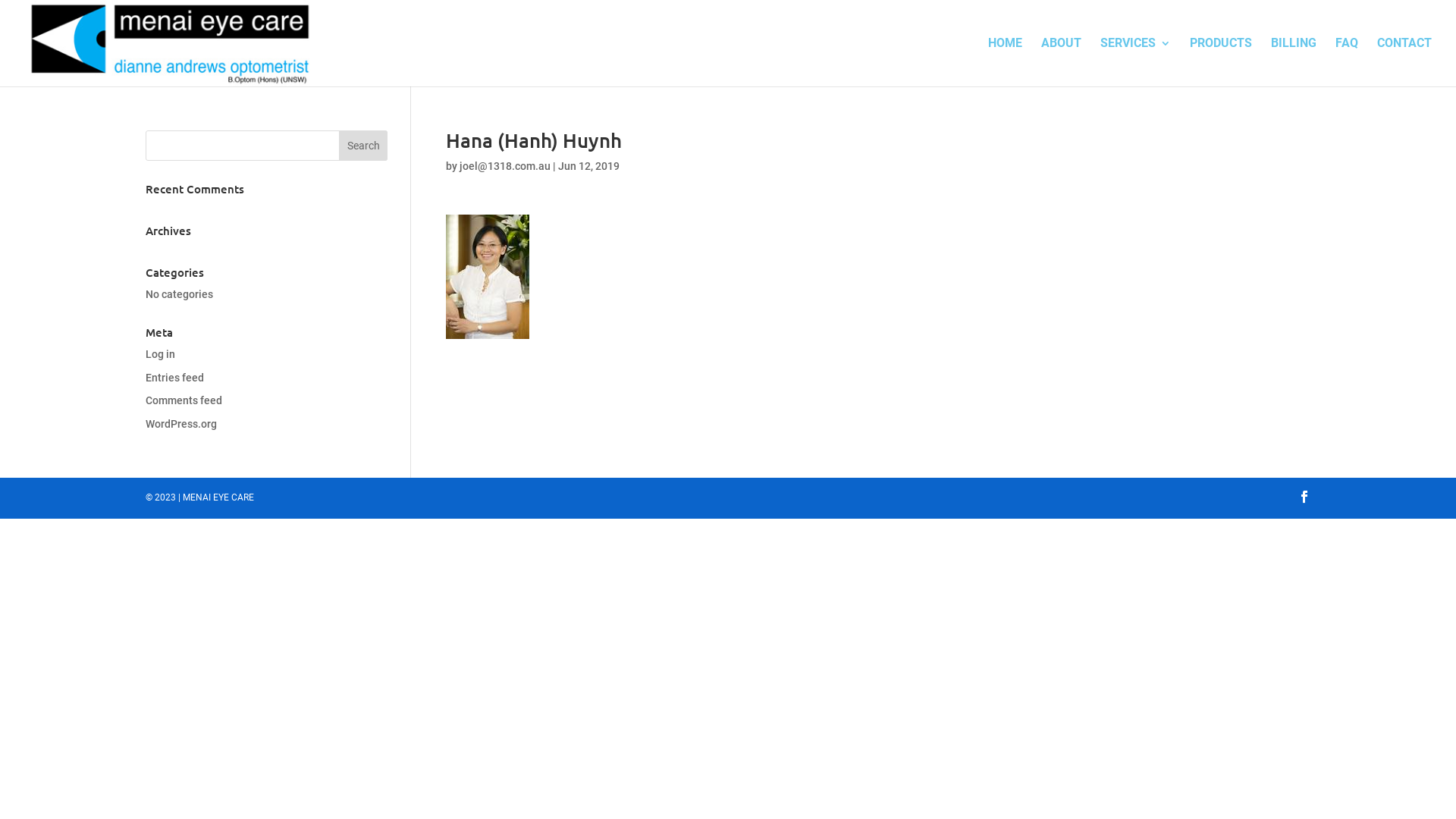 This screenshot has height=819, width=1456. What do you see at coordinates (1060, 61) in the screenshot?
I see `'ABOUT'` at bounding box center [1060, 61].